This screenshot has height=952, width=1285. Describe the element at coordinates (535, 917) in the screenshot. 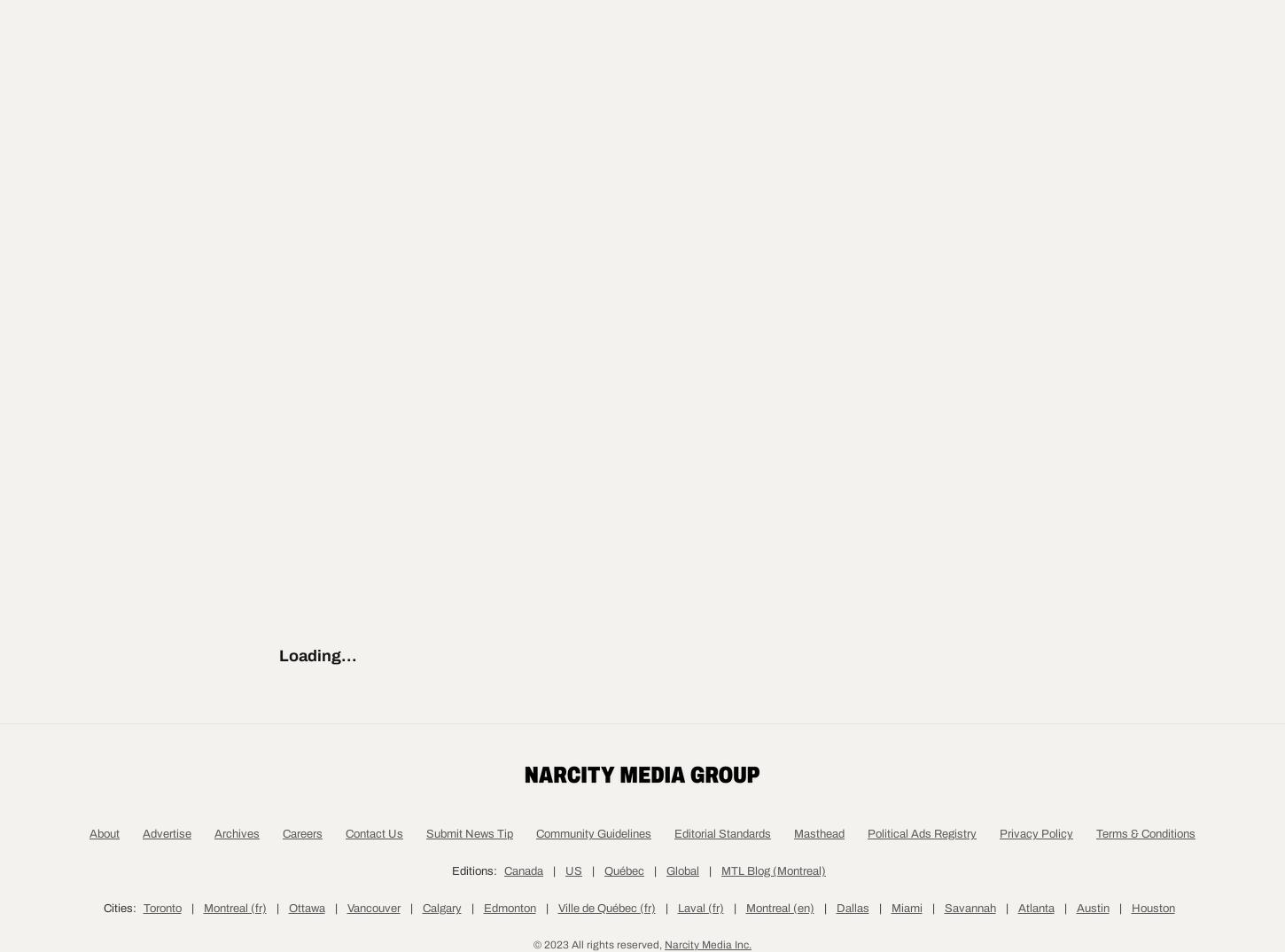

I see `'Community Guidelines'` at that location.